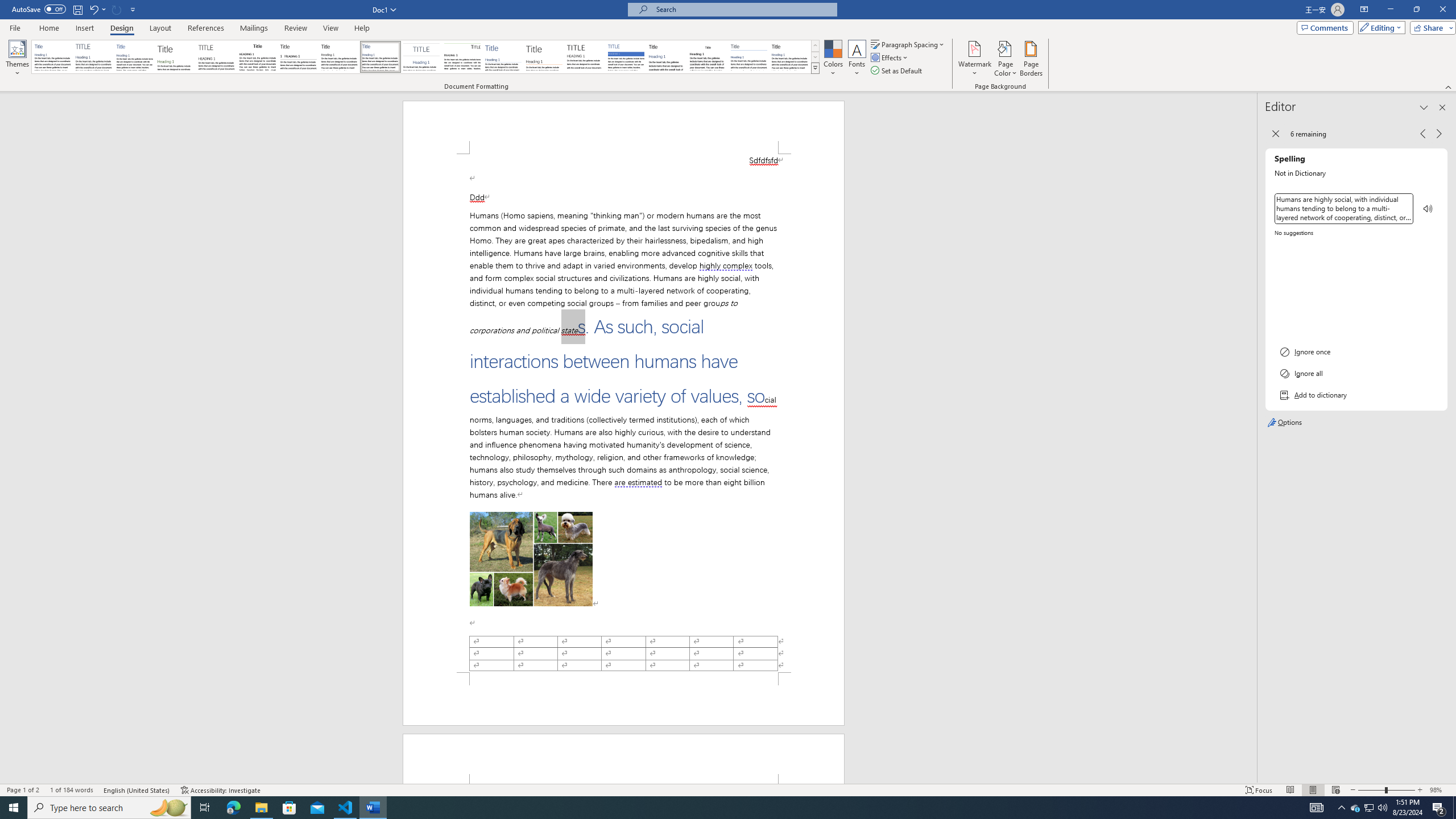 Image resolution: width=1456 pixels, height=819 pixels. Describe the element at coordinates (814, 67) in the screenshot. I see `'Style Set'` at that location.